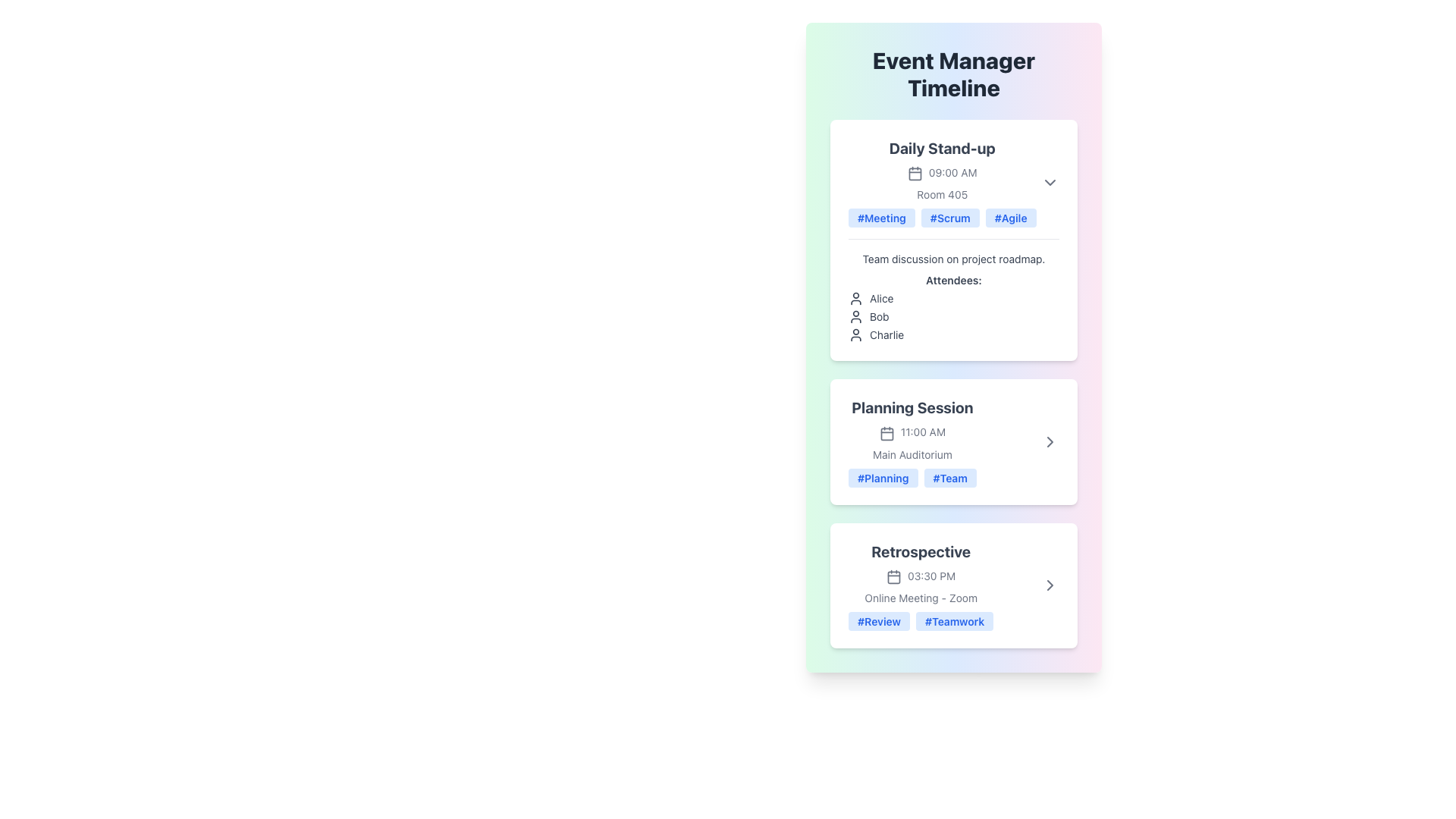 The width and height of the screenshot is (1456, 819). I want to click on the small rectangular box with rounded edges inside the calendar icon, which is located next to the '11:00 AM' text in the 'Planning Session' section, so click(886, 434).